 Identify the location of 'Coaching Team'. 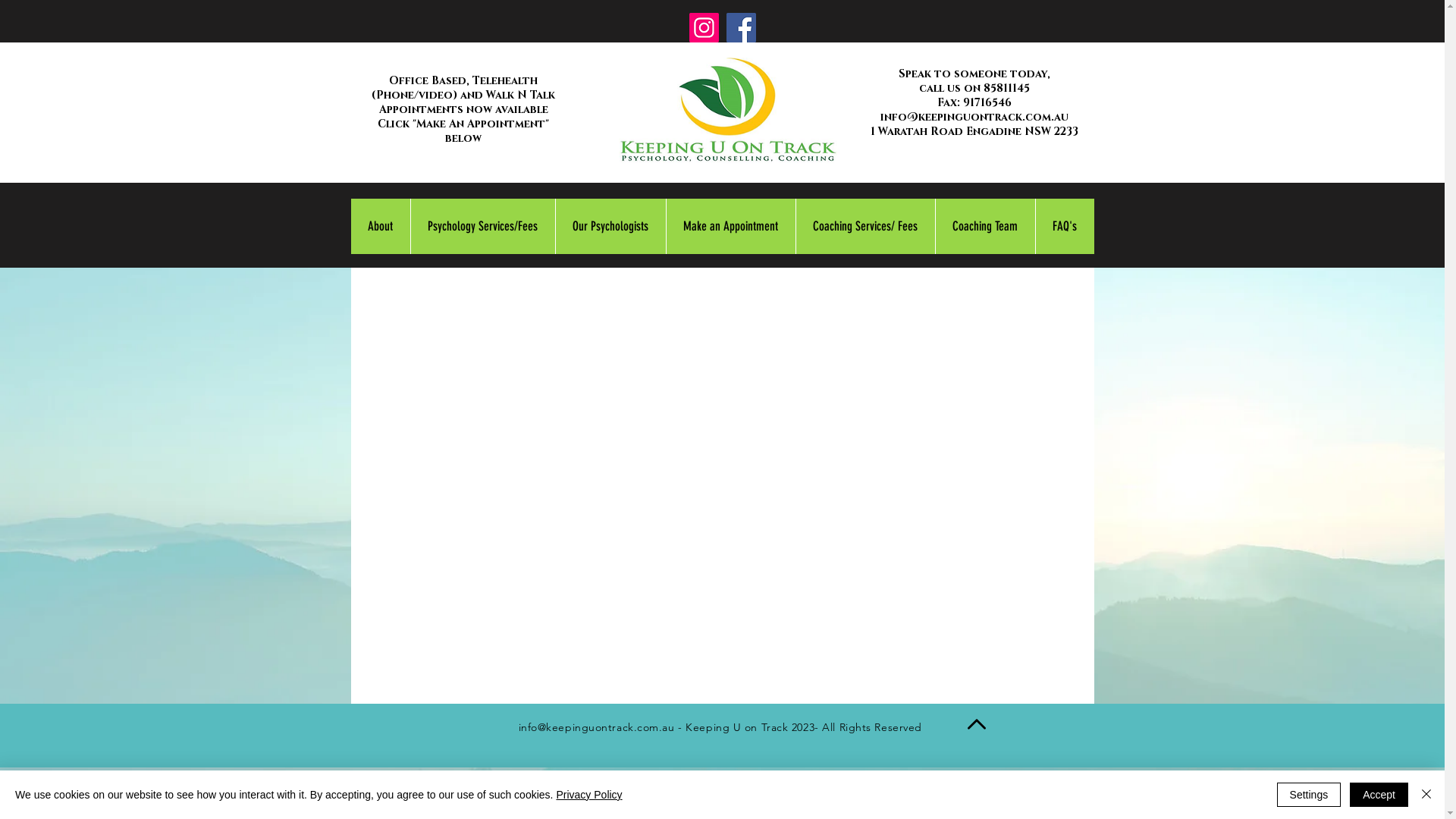
(984, 226).